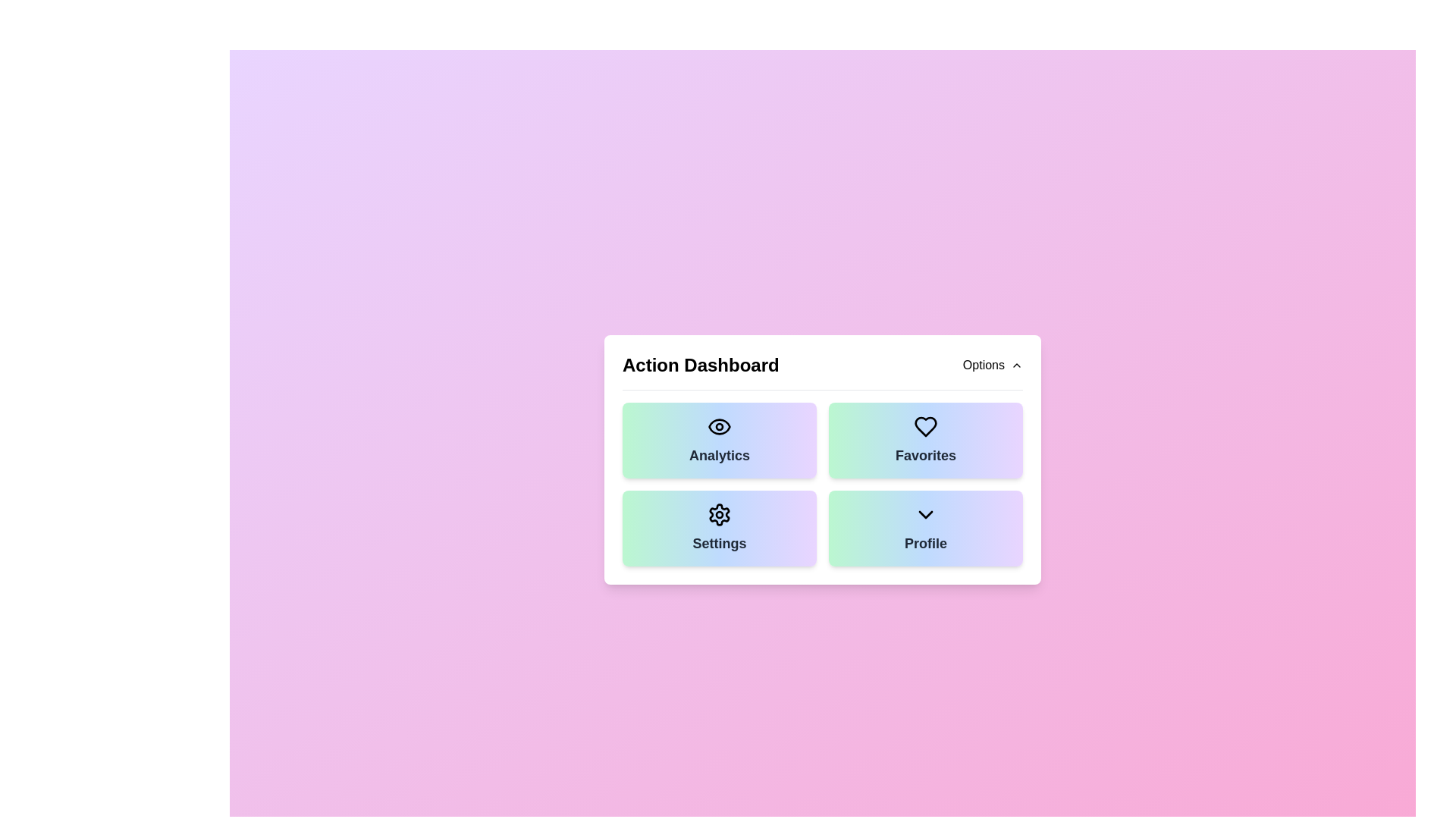 The width and height of the screenshot is (1456, 819). I want to click on text of the 'Favorites' label, which is displayed in a bold, medium-large font on a gradient background within the second card of the top row in the dashboard grid, so click(924, 454).